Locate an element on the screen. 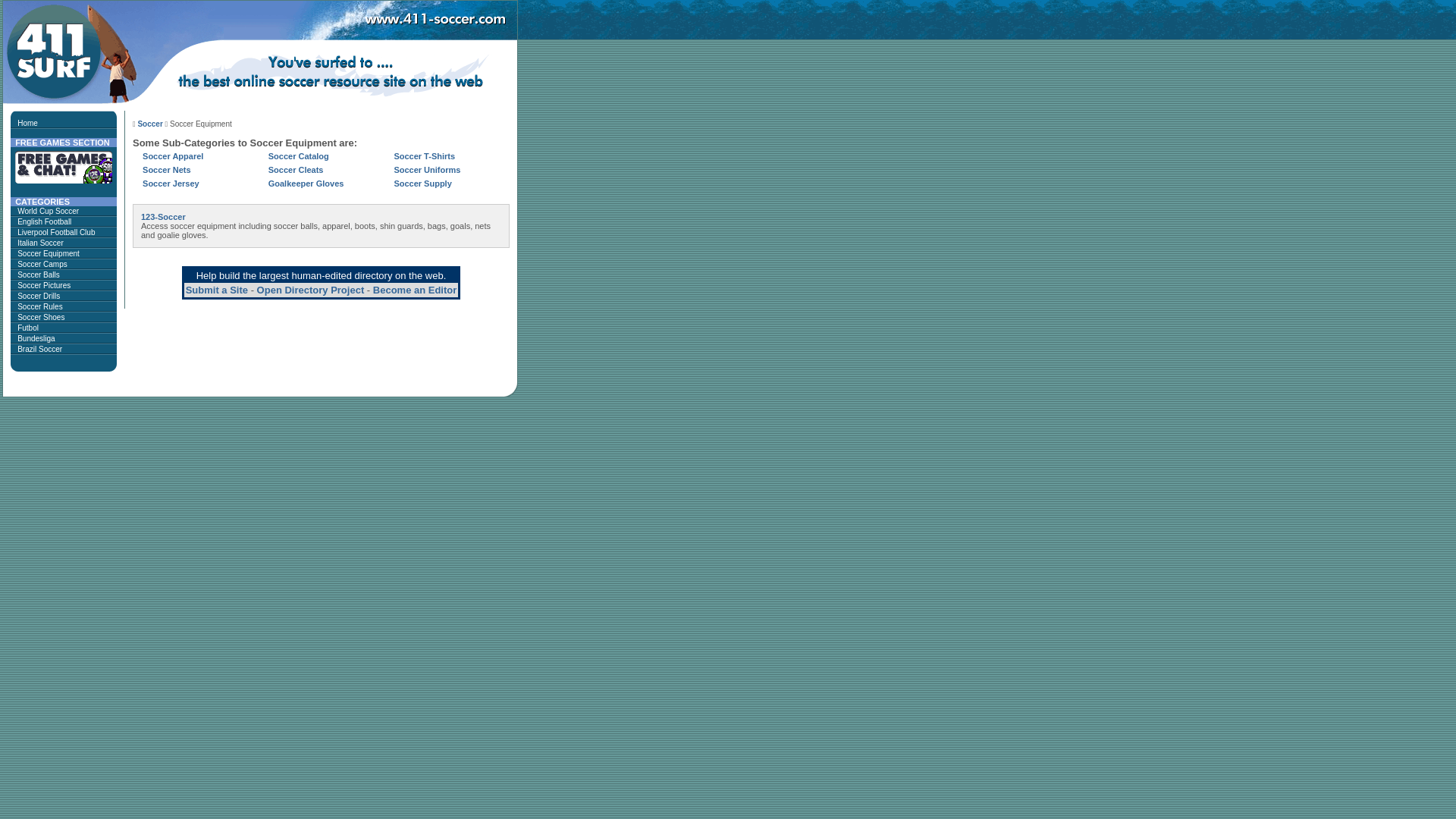 This screenshot has width=1456, height=819. 'Soccer T-Shirts' is located at coordinates (393, 155).